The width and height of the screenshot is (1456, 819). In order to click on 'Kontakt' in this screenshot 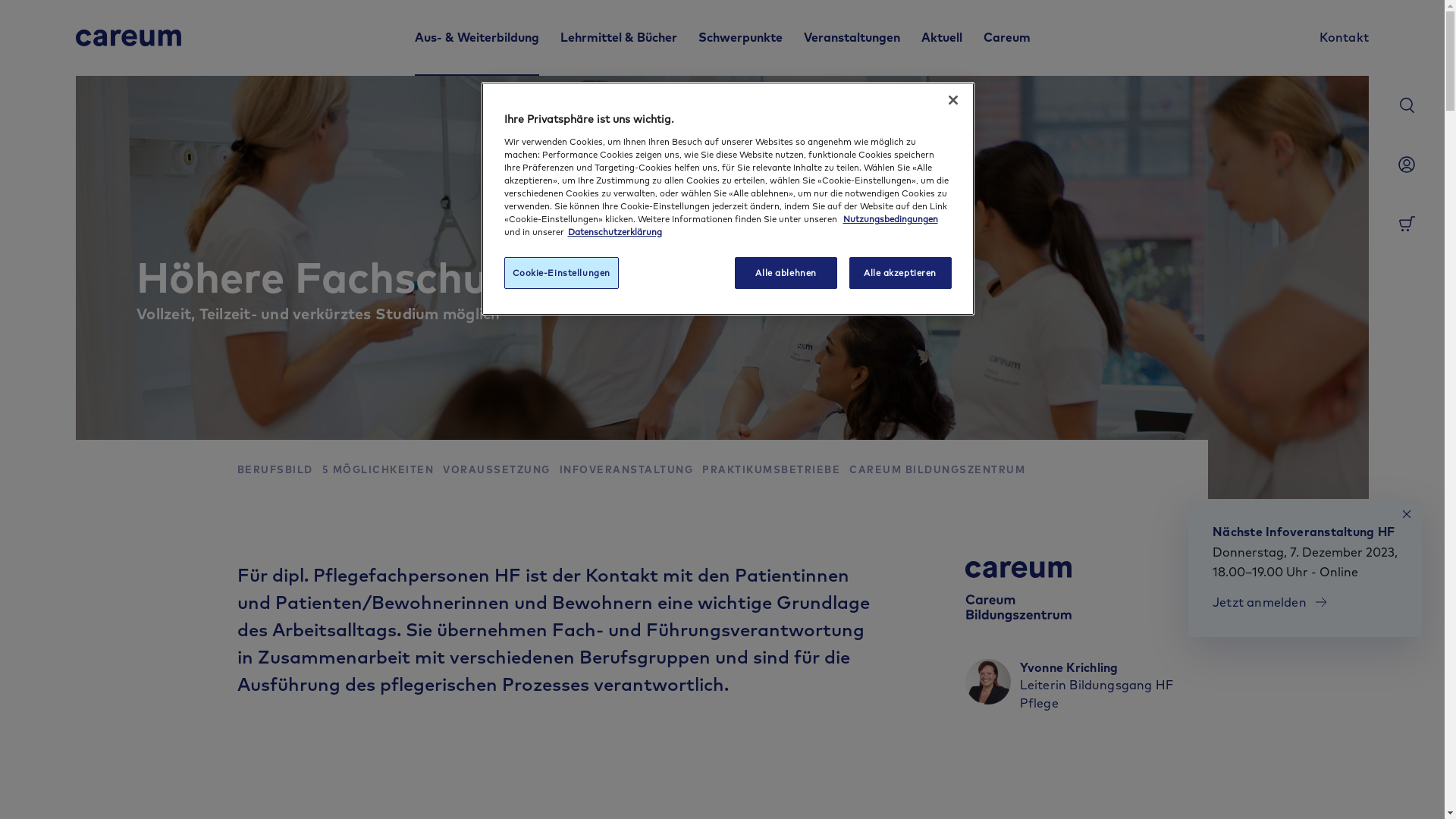, I will do `click(1318, 37)`.